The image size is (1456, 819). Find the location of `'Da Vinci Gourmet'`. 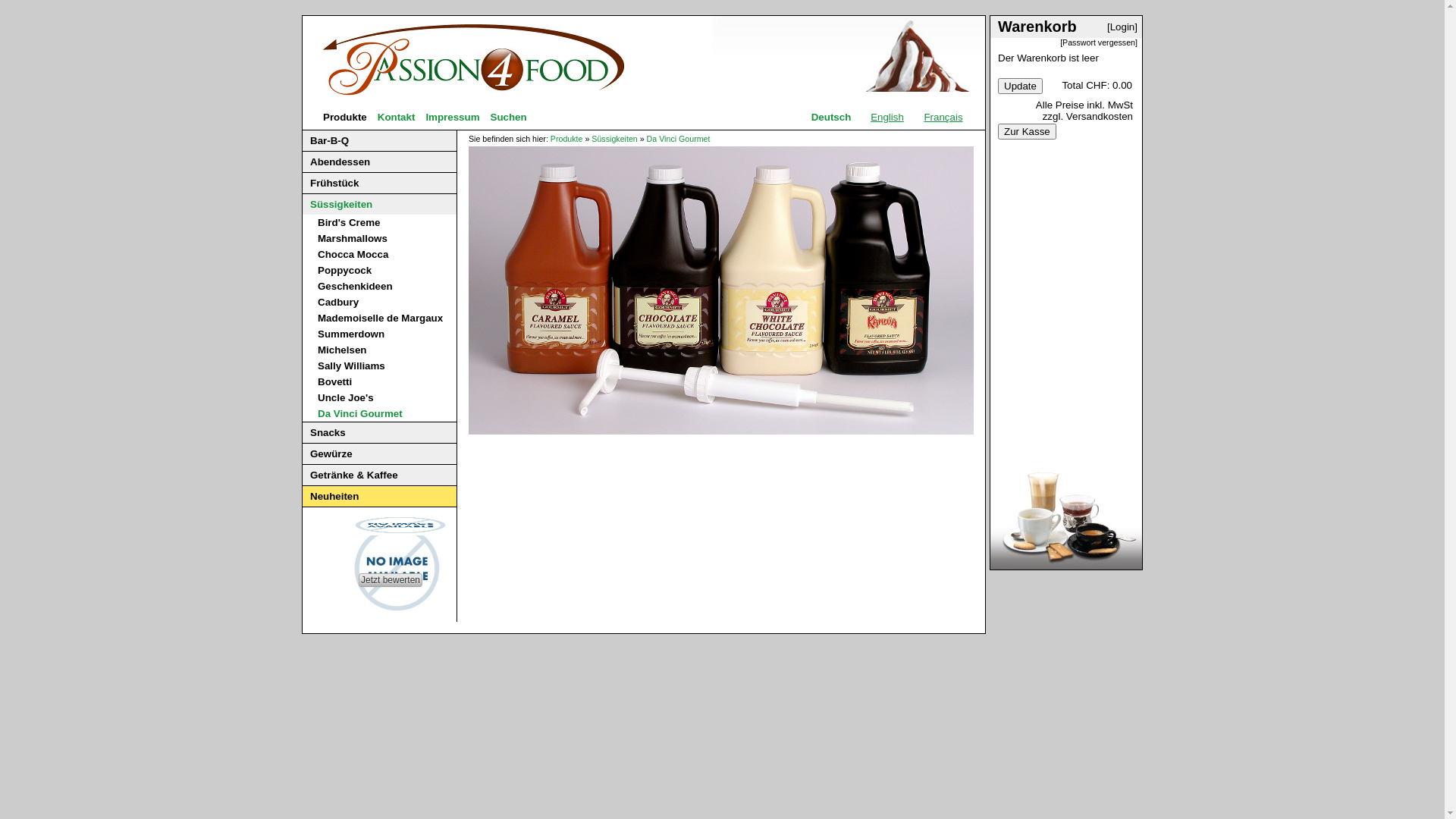

'Da Vinci Gourmet' is located at coordinates (316, 413).